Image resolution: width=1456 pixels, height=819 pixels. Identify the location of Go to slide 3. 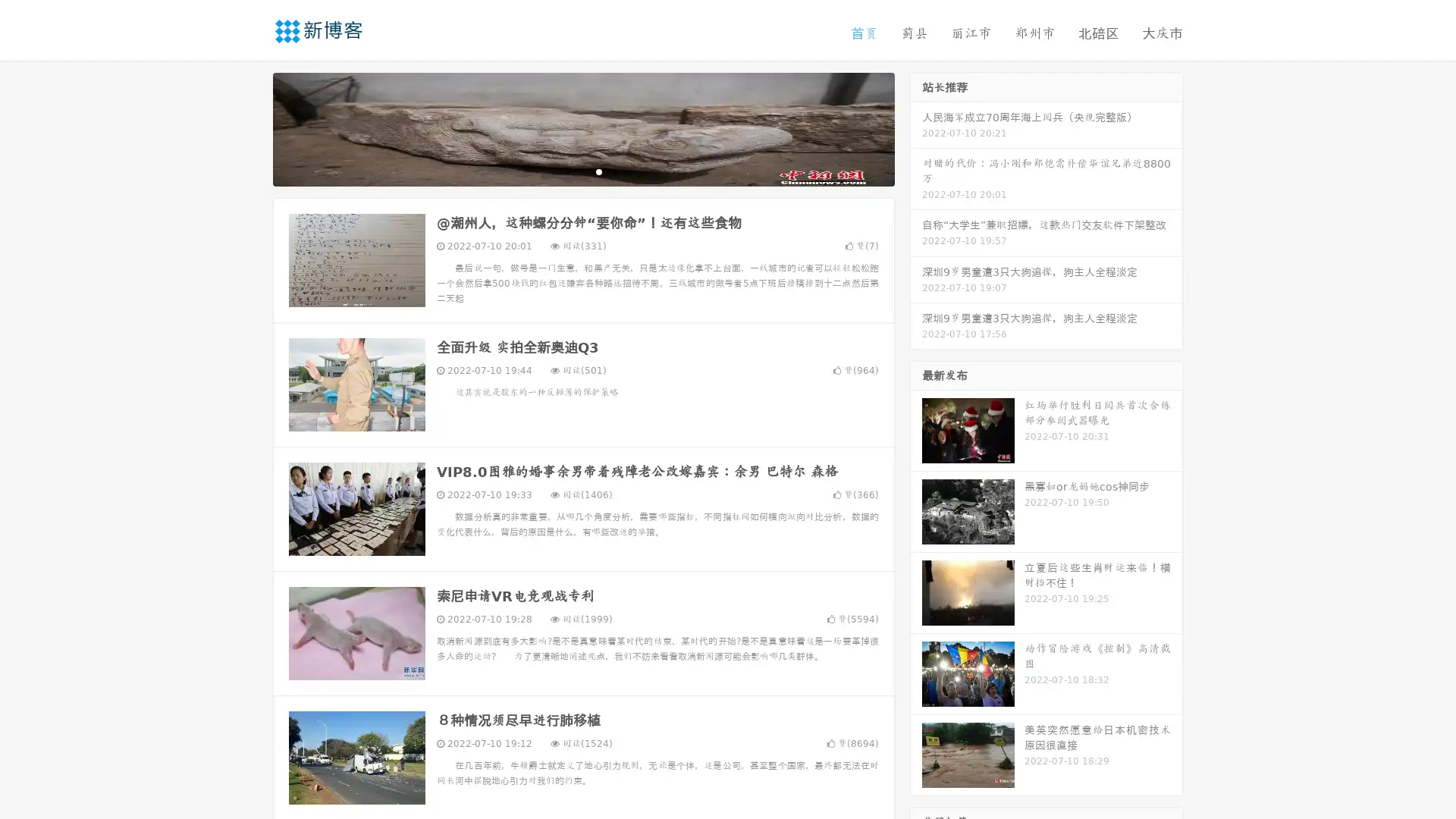
(598, 171).